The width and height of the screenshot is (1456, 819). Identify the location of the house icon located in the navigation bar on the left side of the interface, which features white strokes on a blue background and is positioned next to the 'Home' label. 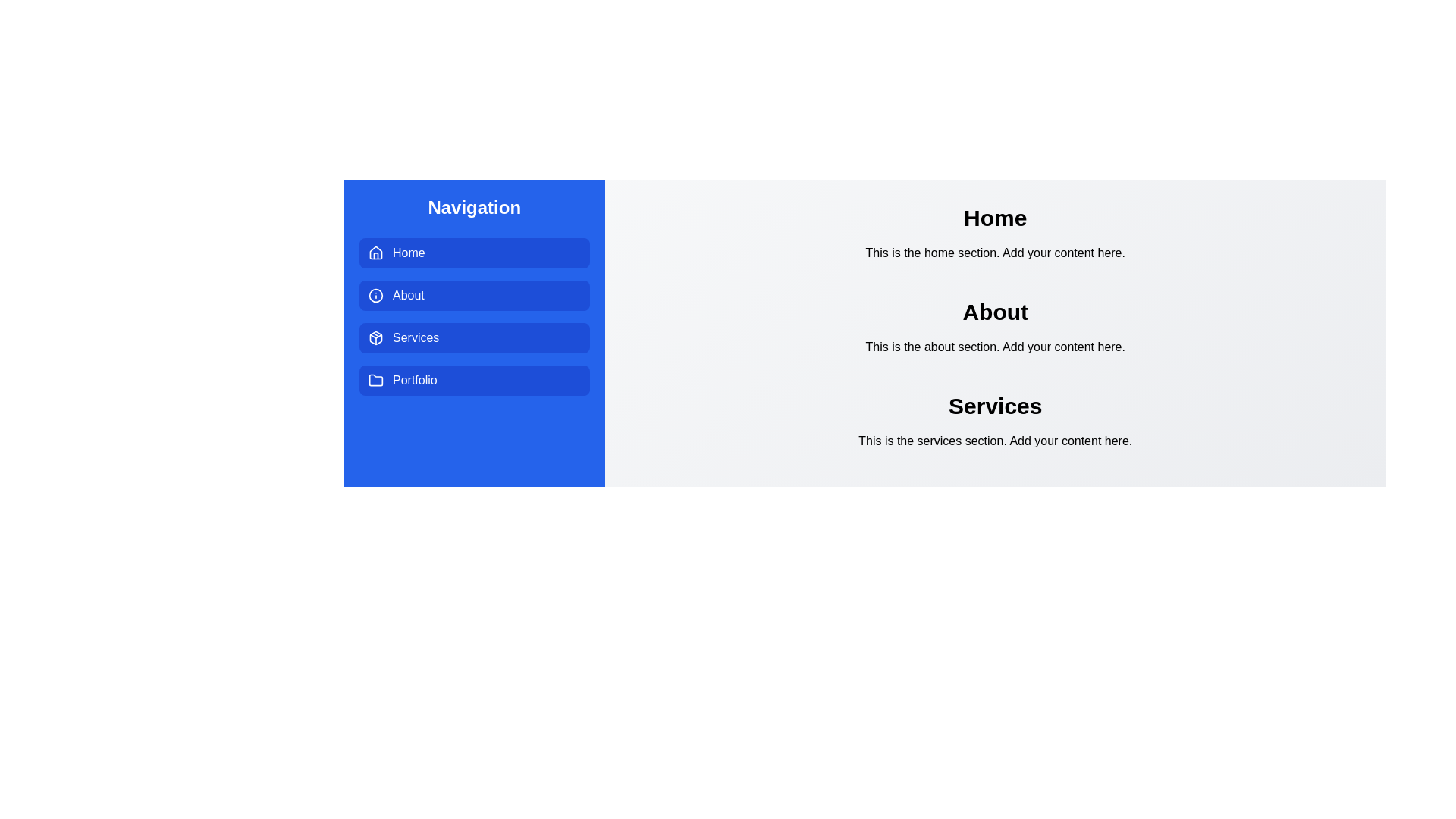
(375, 253).